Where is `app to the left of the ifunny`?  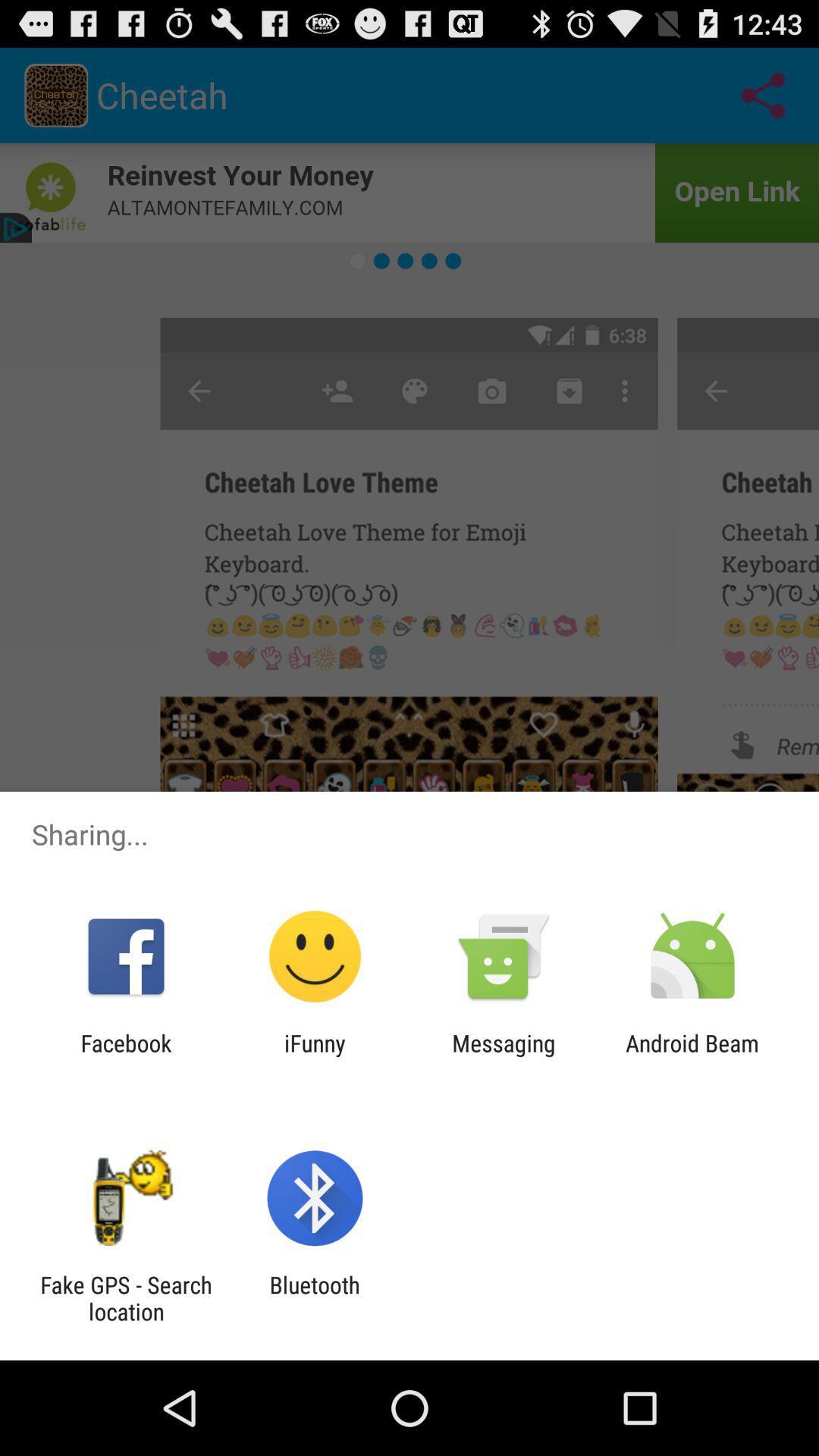
app to the left of the ifunny is located at coordinates (125, 1056).